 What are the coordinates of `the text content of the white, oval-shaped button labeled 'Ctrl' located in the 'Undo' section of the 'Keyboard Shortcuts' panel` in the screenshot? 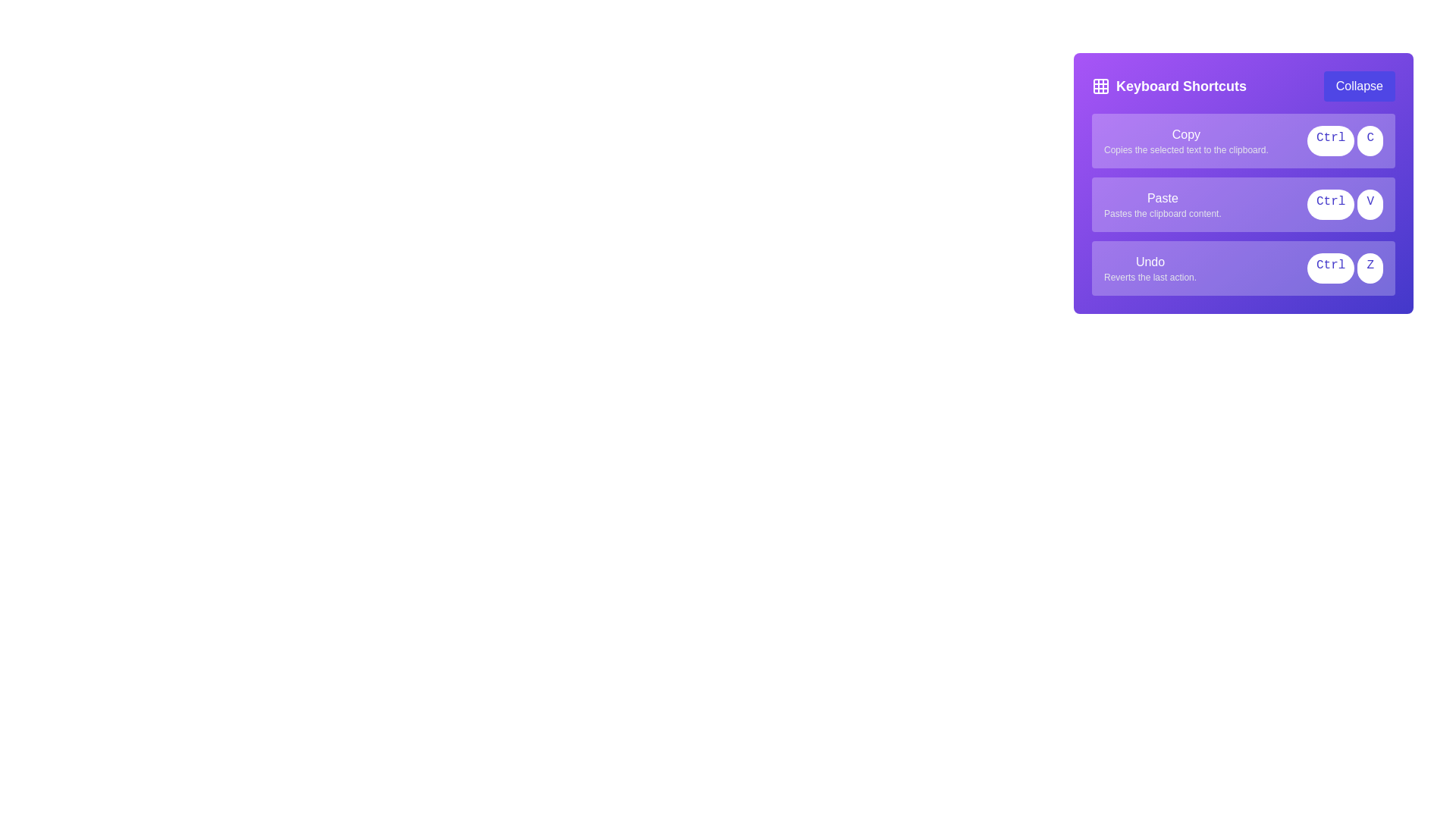 It's located at (1330, 268).